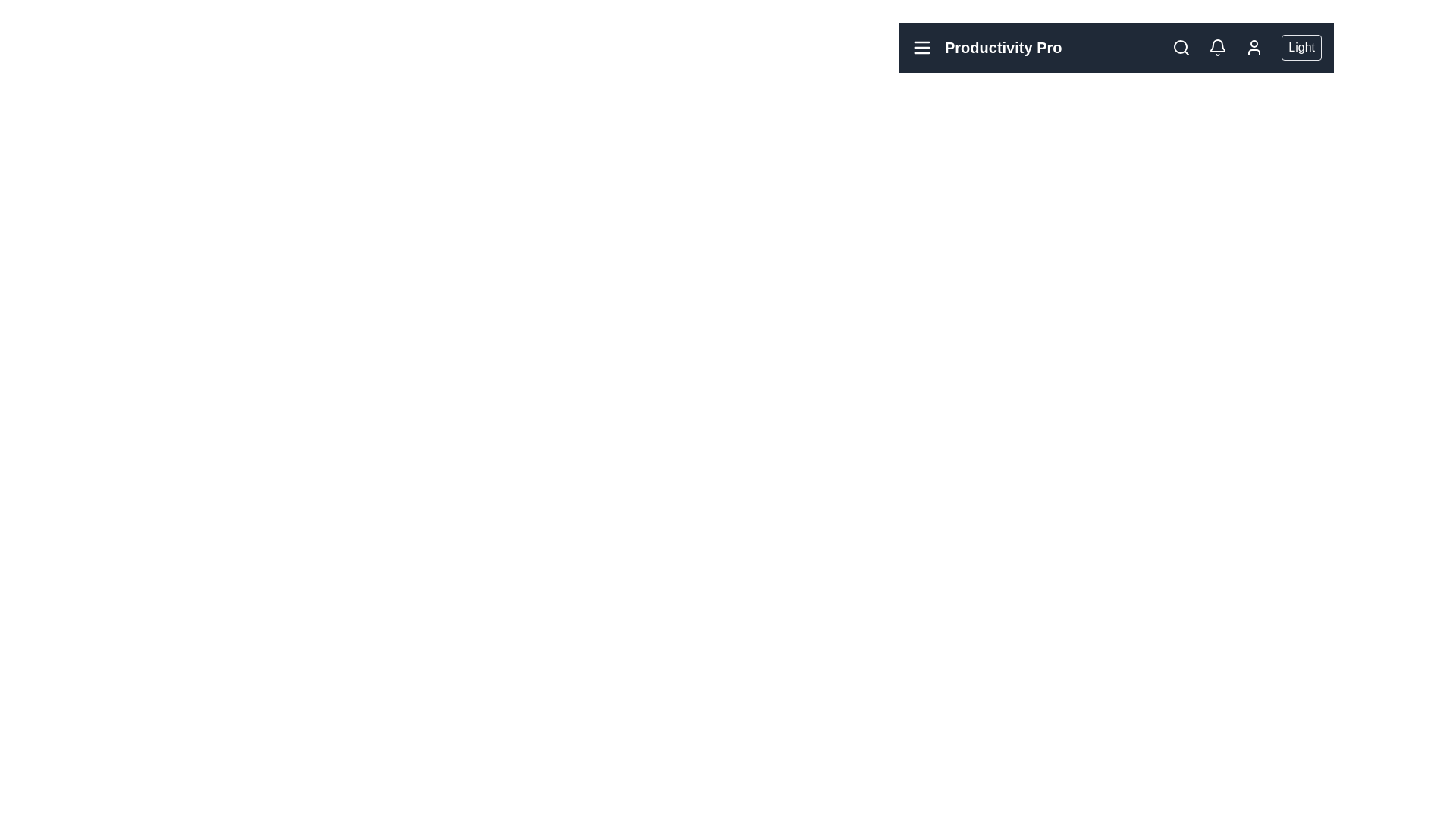  I want to click on the bell icon to open the notifications section, so click(1218, 46).